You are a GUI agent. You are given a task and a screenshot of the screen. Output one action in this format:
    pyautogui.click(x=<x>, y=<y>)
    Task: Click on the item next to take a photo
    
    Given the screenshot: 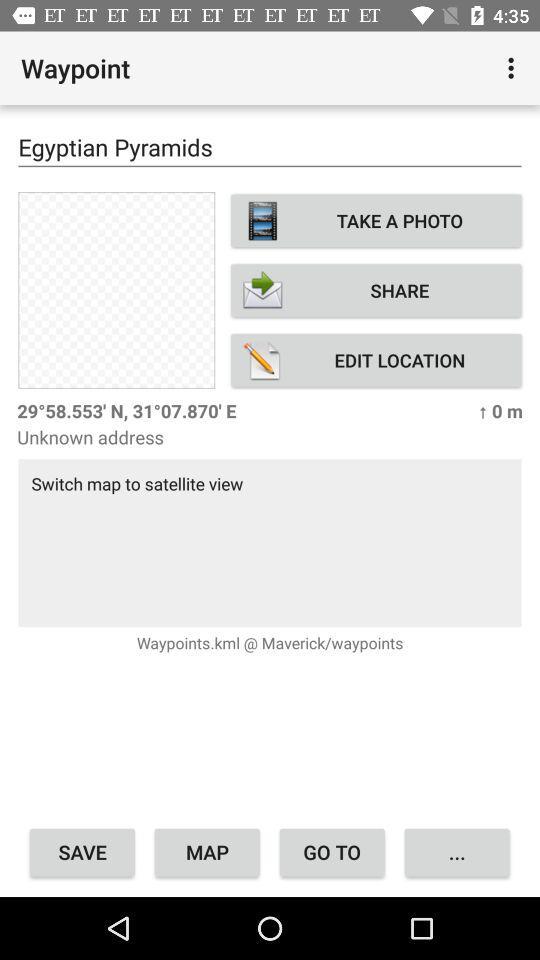 What is the action you would take?
    pyautogui.click(x=116, y=289)
    